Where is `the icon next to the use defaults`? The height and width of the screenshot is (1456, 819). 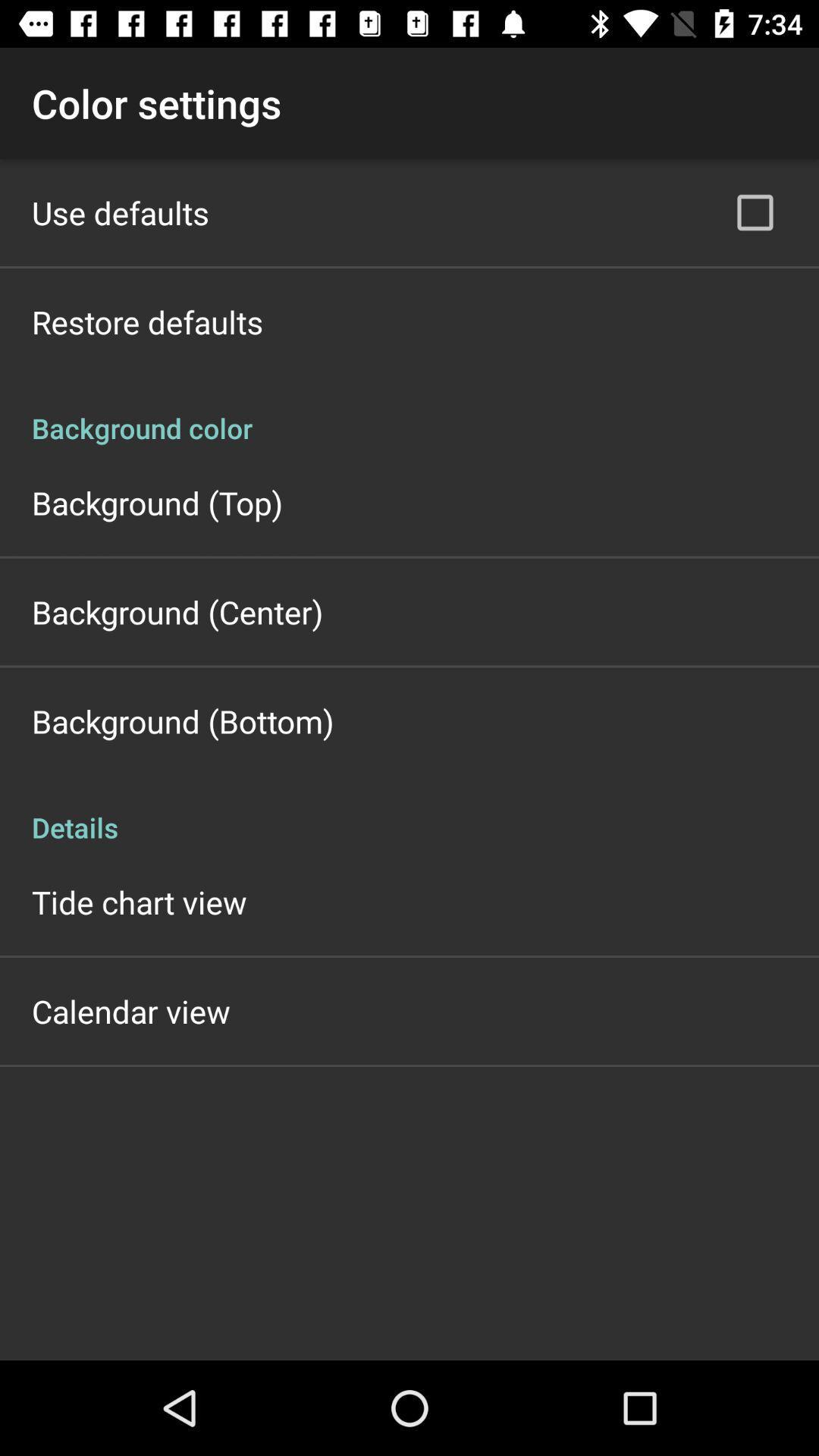 the icon next to the use defaults is located at coordinates (755, 212).